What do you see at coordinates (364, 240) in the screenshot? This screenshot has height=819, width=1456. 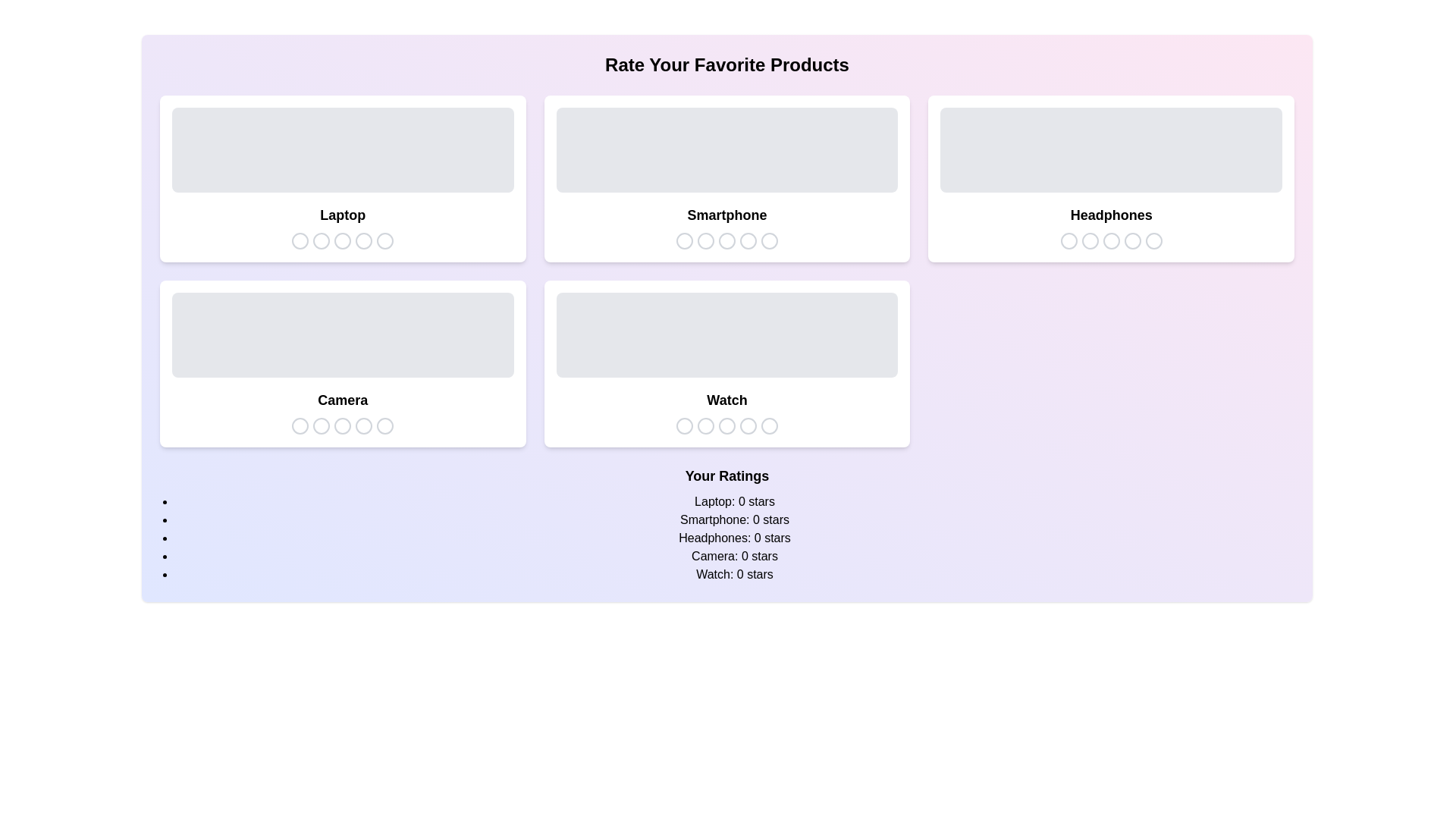 I see `the star icon corresponding to 4 stars for the product Laptop` at bounding box center [364, 240].